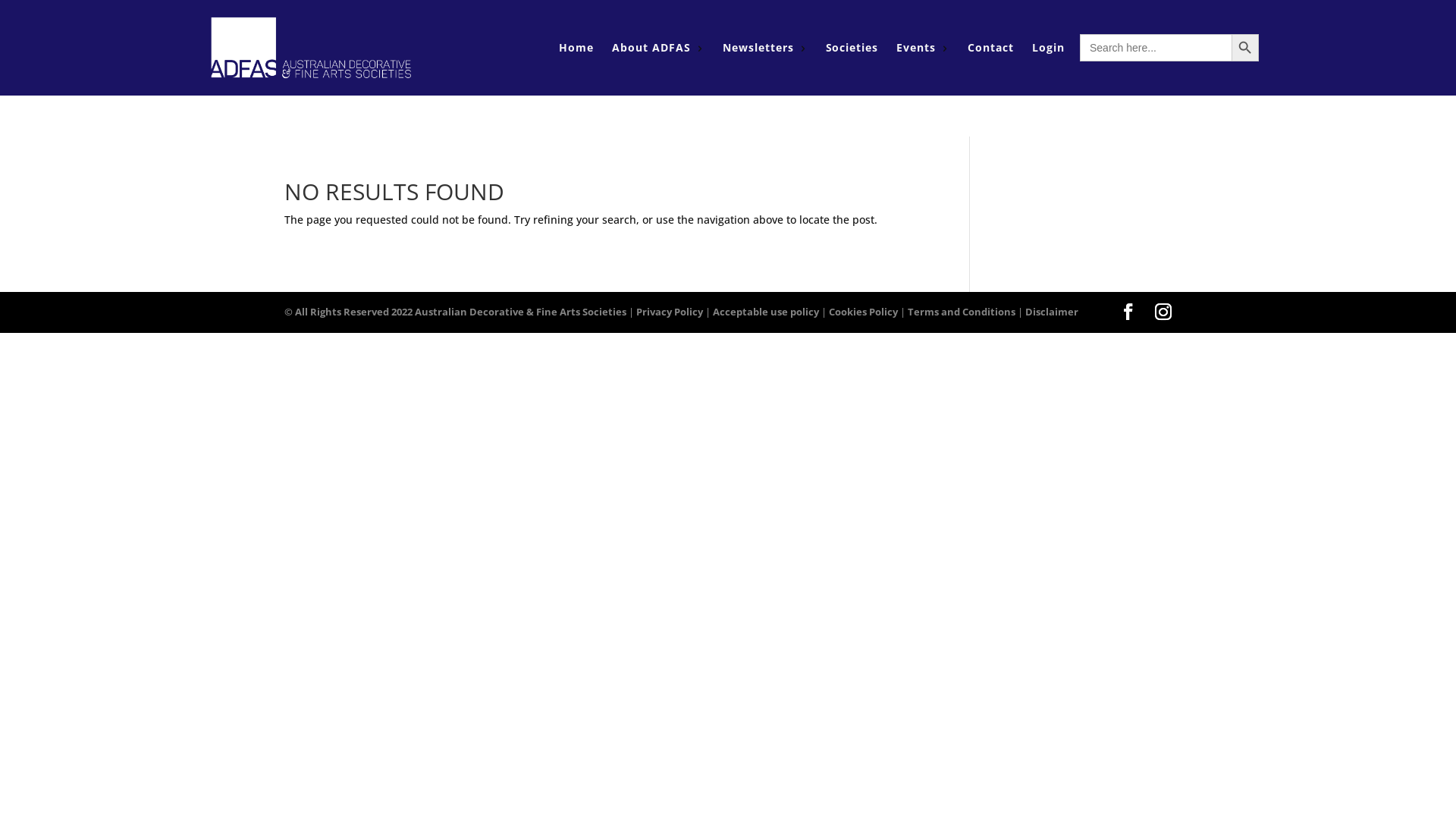  I want to click on 'Acceptable use policy', so click(765, 311).